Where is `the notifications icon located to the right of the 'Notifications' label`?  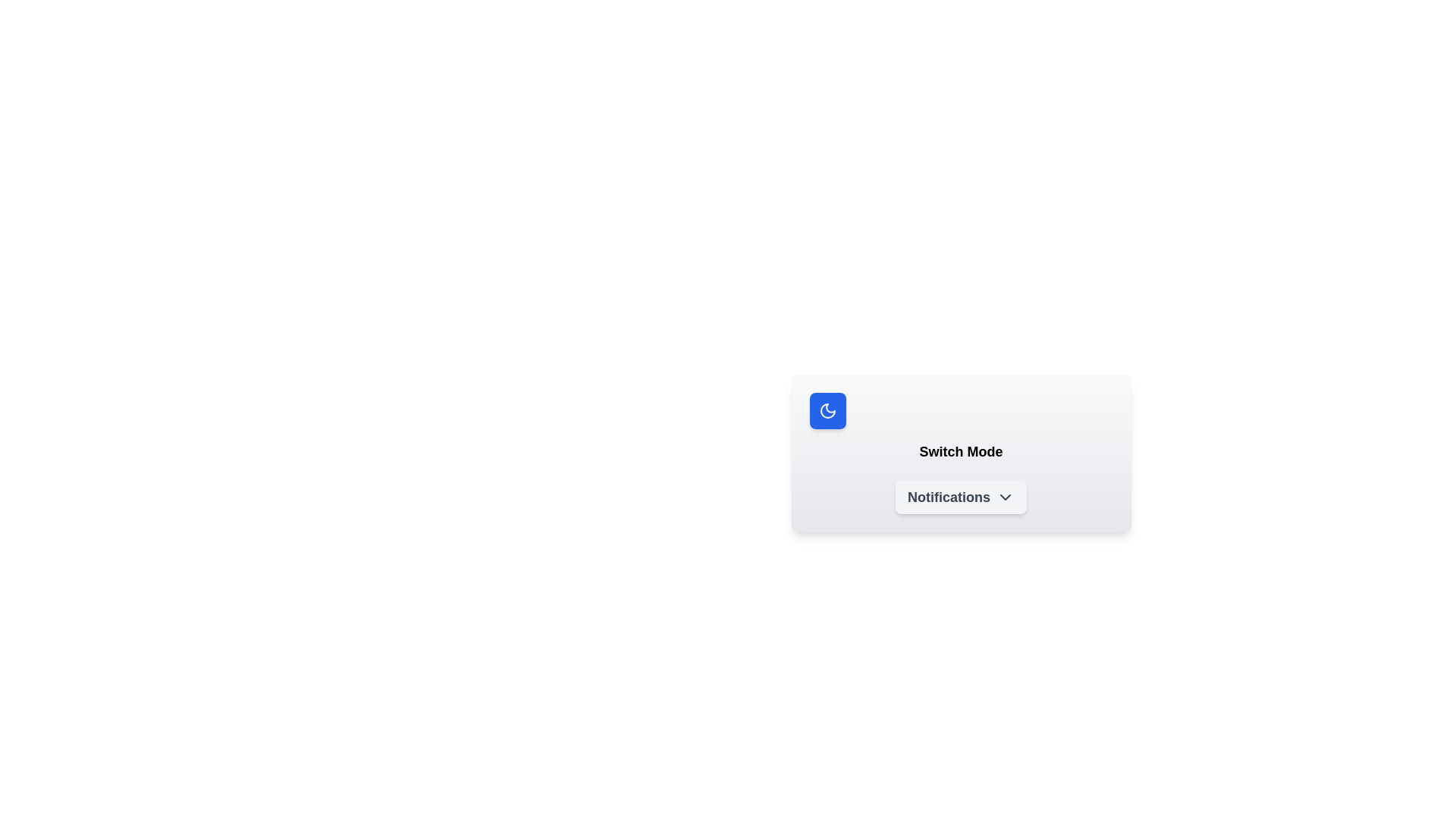
the notifications icon located to the right of the 'Notifications' label is located at coordinates (1005, 497).